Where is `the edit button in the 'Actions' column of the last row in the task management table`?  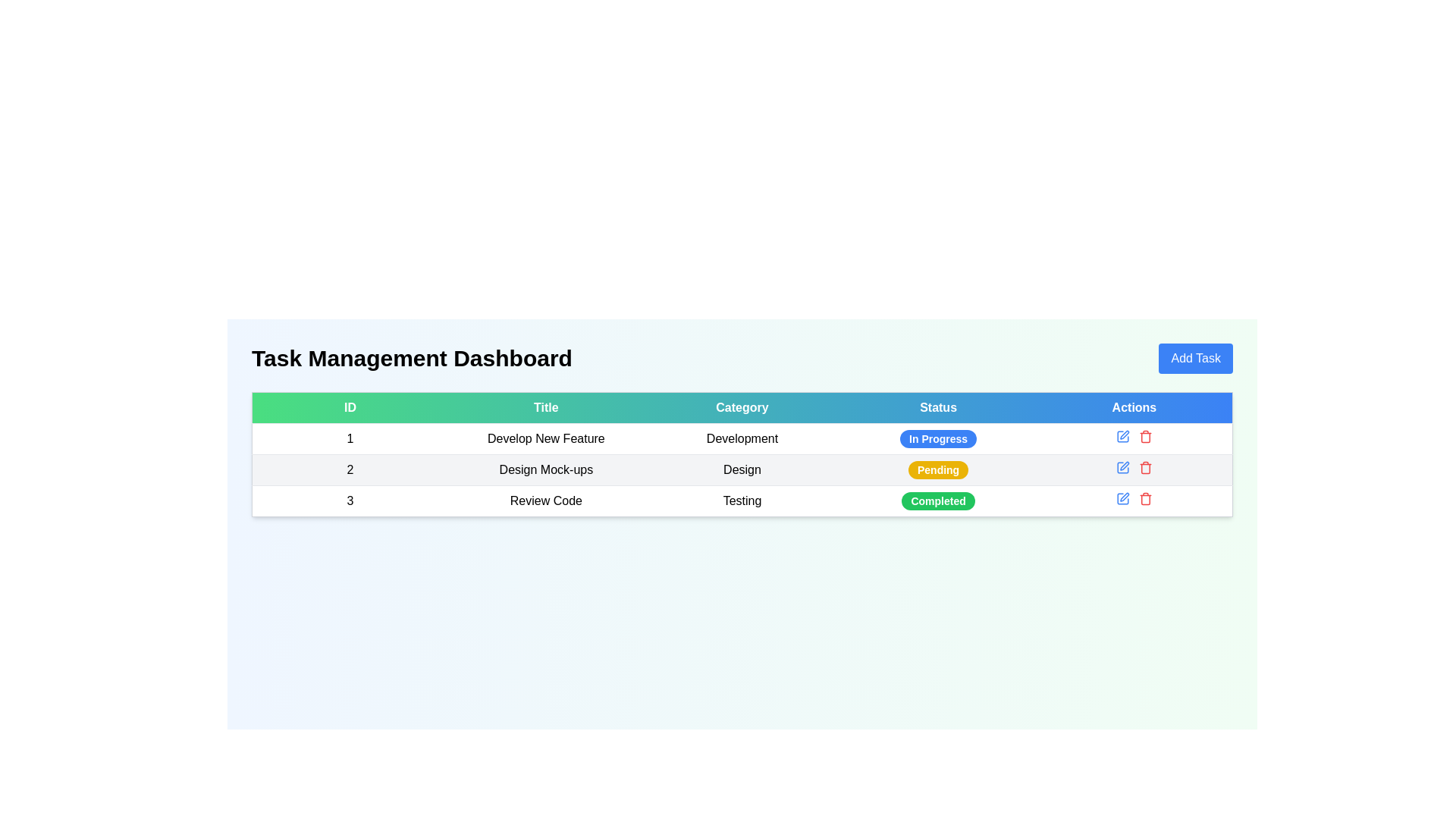 the edit button in the 'Actions' column of the last row in the task management table is located at coordinates (1122, 499).